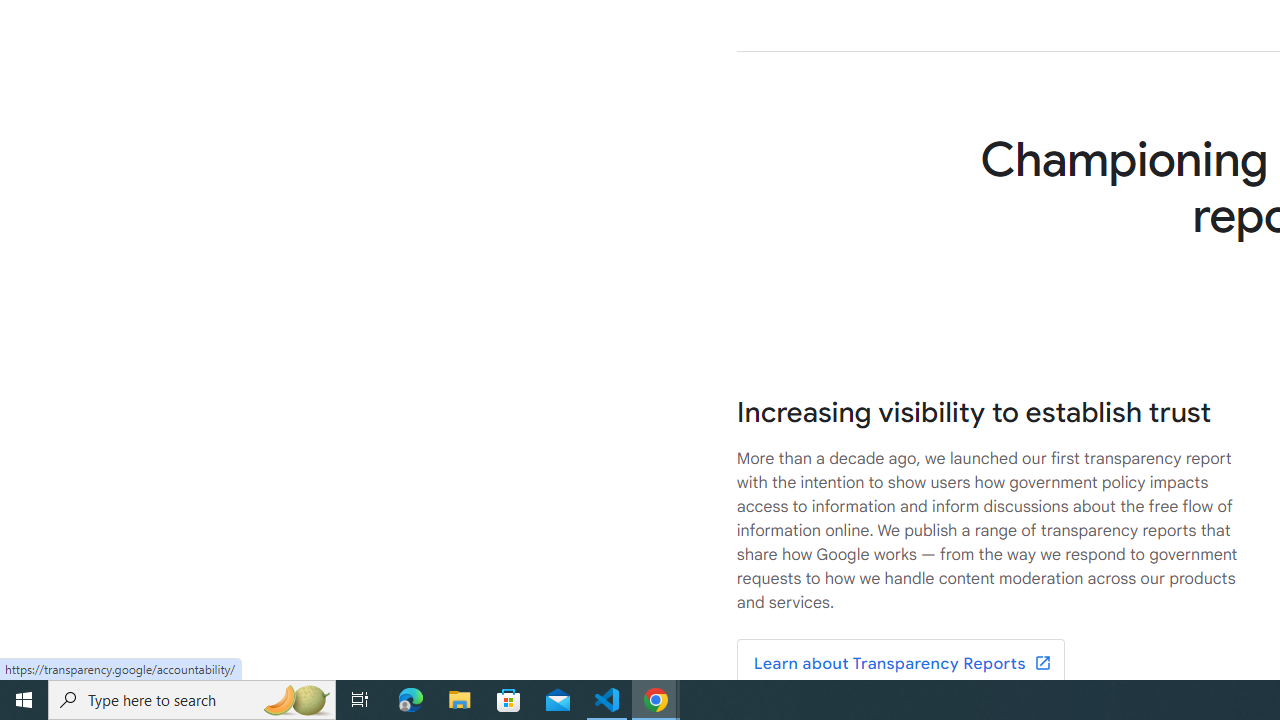 The height and width of the screenshot is (720, 1280). What do you see at coordinates (899, 664) in the screenshot?
I see `'Go to Transparency Report About web page'` at bounding box center [899, 664].